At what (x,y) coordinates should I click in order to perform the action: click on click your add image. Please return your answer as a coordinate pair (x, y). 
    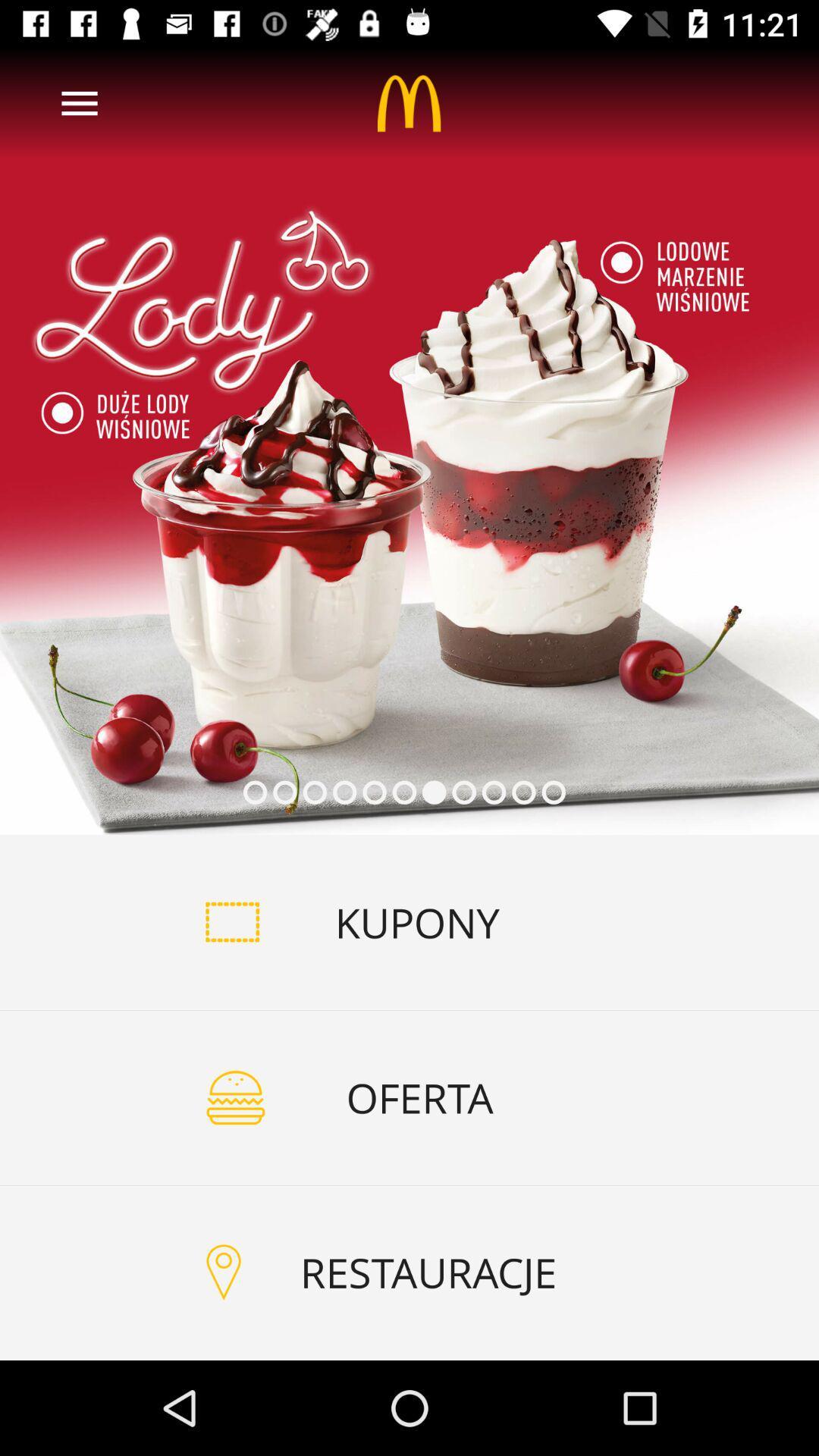
    Looking at the image, I should click on (409, 440).